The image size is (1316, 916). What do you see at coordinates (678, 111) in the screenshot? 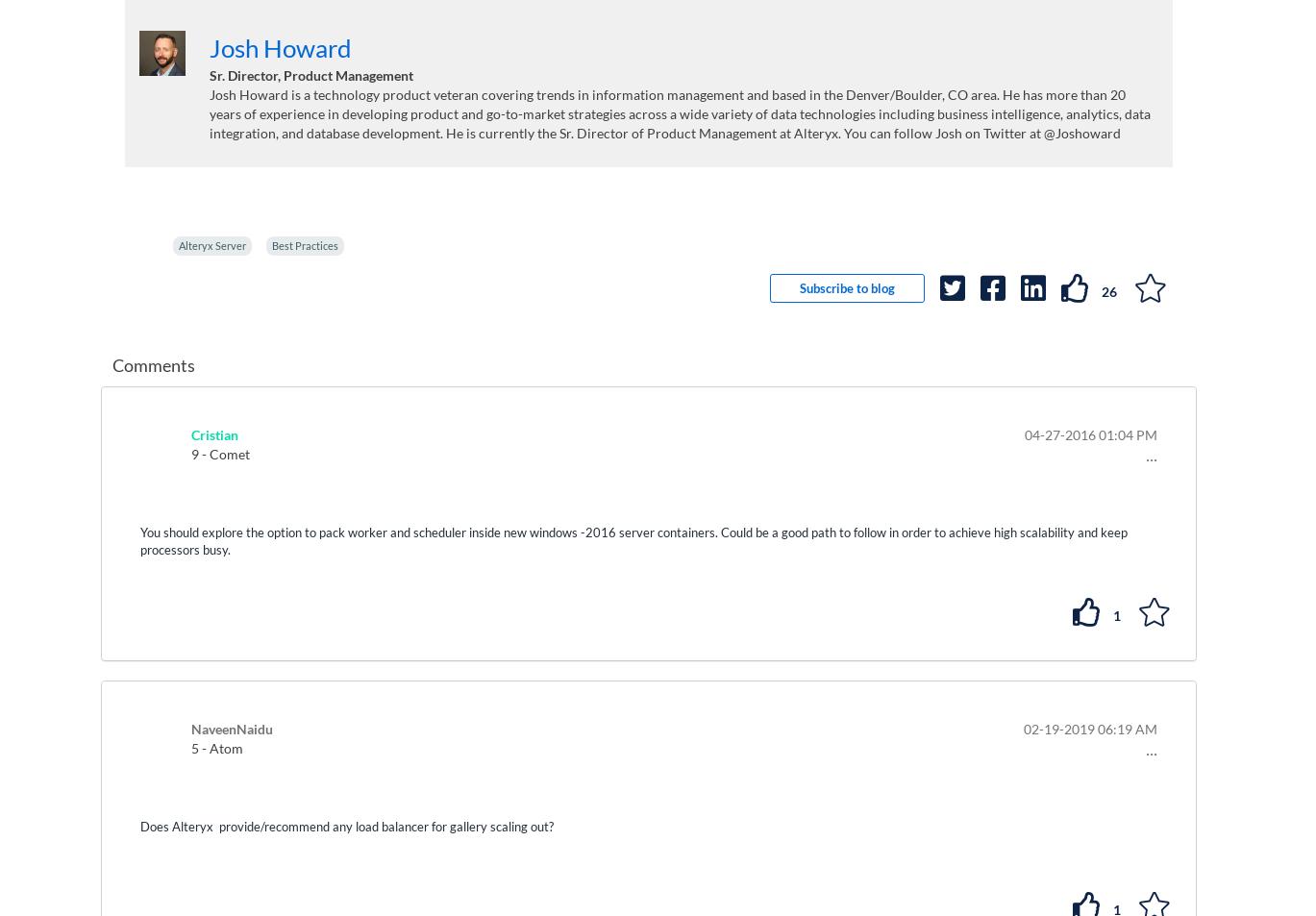
I see `'Josh Howard is a technology product veteran covering trends in information management and based in the Denver/Boulder, CO area. He has more than 20 years of experience in developing product and go-to-market strategies across a wide variety of data technologies including business intelligence, analytics, data integration, and database development. He is currently the Sr. Director of Product Management at Alteryx.  You can follow Josh on Twitter at @Joshoward'` at bounding box center [678, 111].